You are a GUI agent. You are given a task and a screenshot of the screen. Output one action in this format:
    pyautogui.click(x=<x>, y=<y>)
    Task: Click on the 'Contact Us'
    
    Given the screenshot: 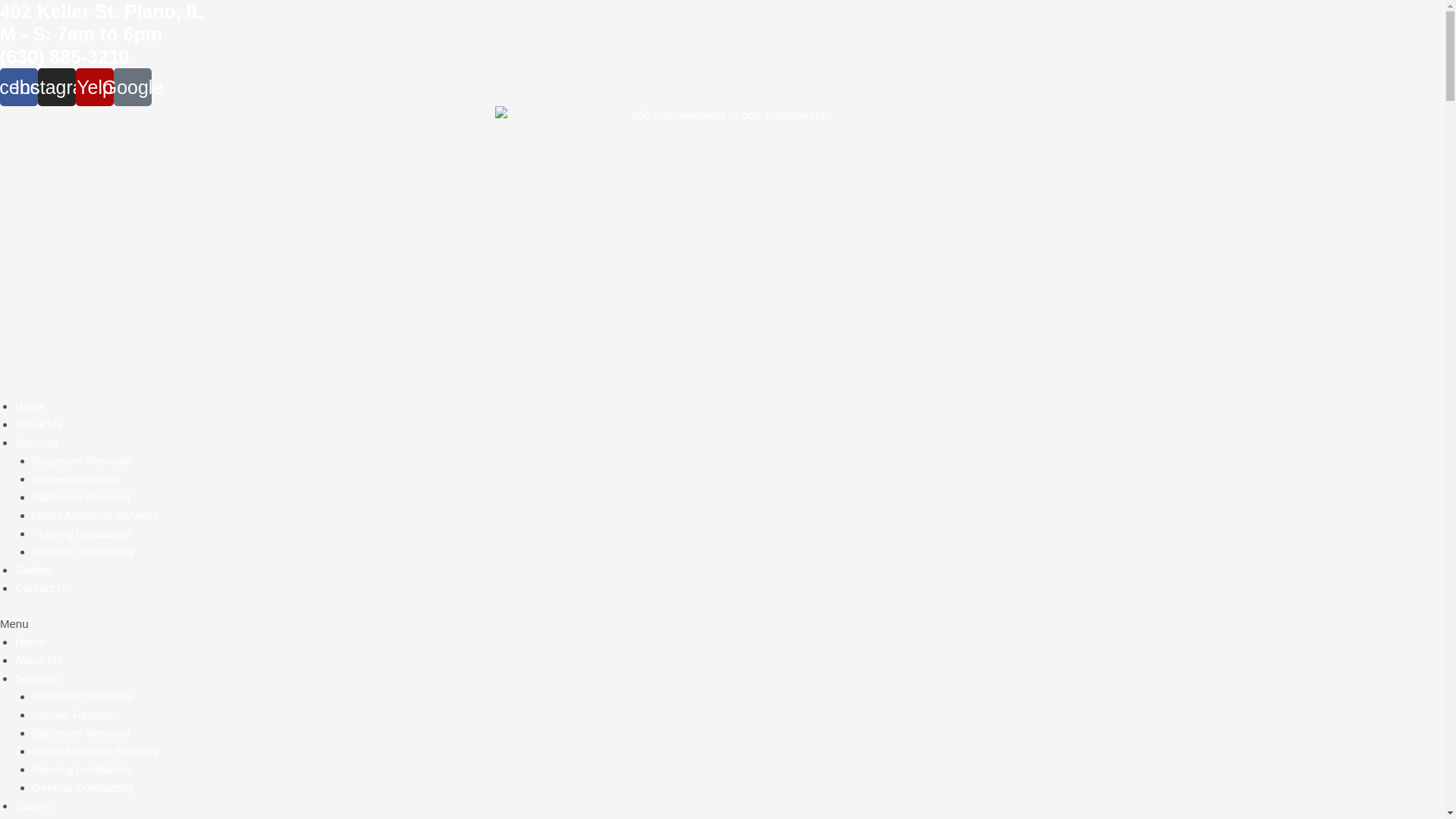 What is the action you would take?
    pyautogui.click(x=43, y=587)
    